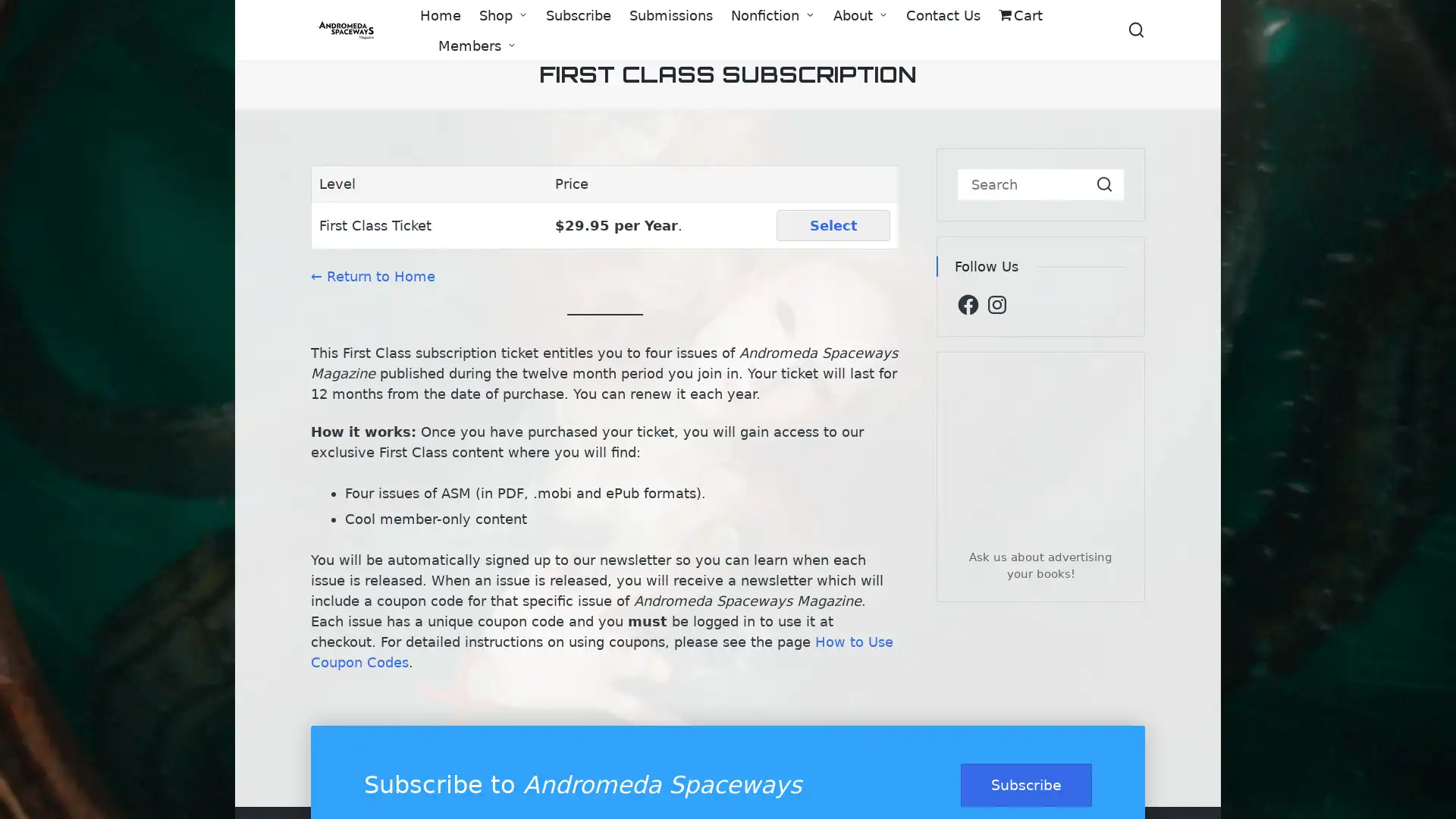 This screenshot has width=1456, height=819. I want to click on Search, so click(1104, 184).